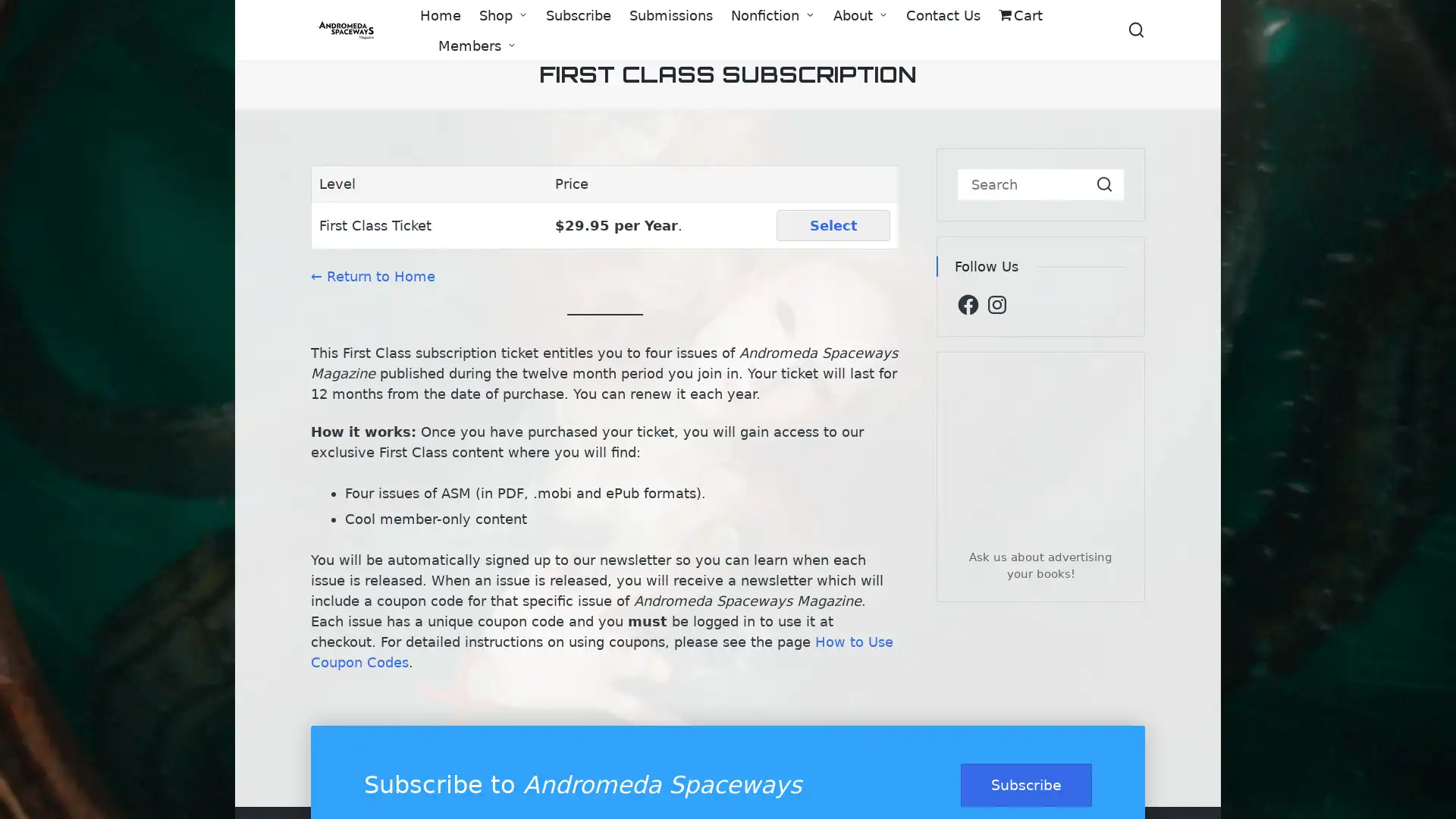 This screenshot has width=1456, height=819. I want to click on Search, so click(1104, 184).